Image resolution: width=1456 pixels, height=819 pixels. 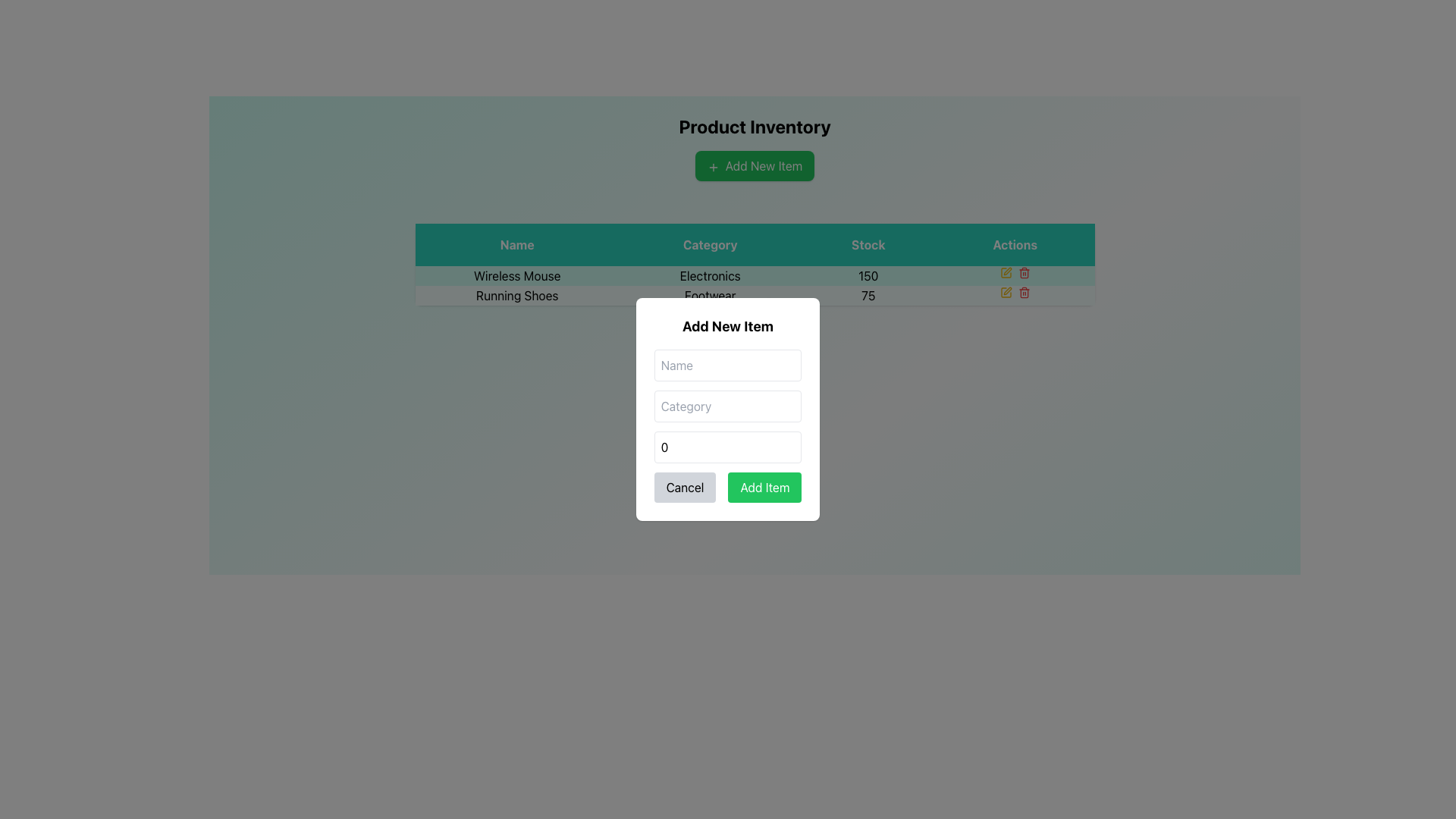 I want to click on the 'Footwear' text label located in the second row of the table under the 'Category' column, which is associated with the 'Running Shoes' entry, so click(x=709, y=295).